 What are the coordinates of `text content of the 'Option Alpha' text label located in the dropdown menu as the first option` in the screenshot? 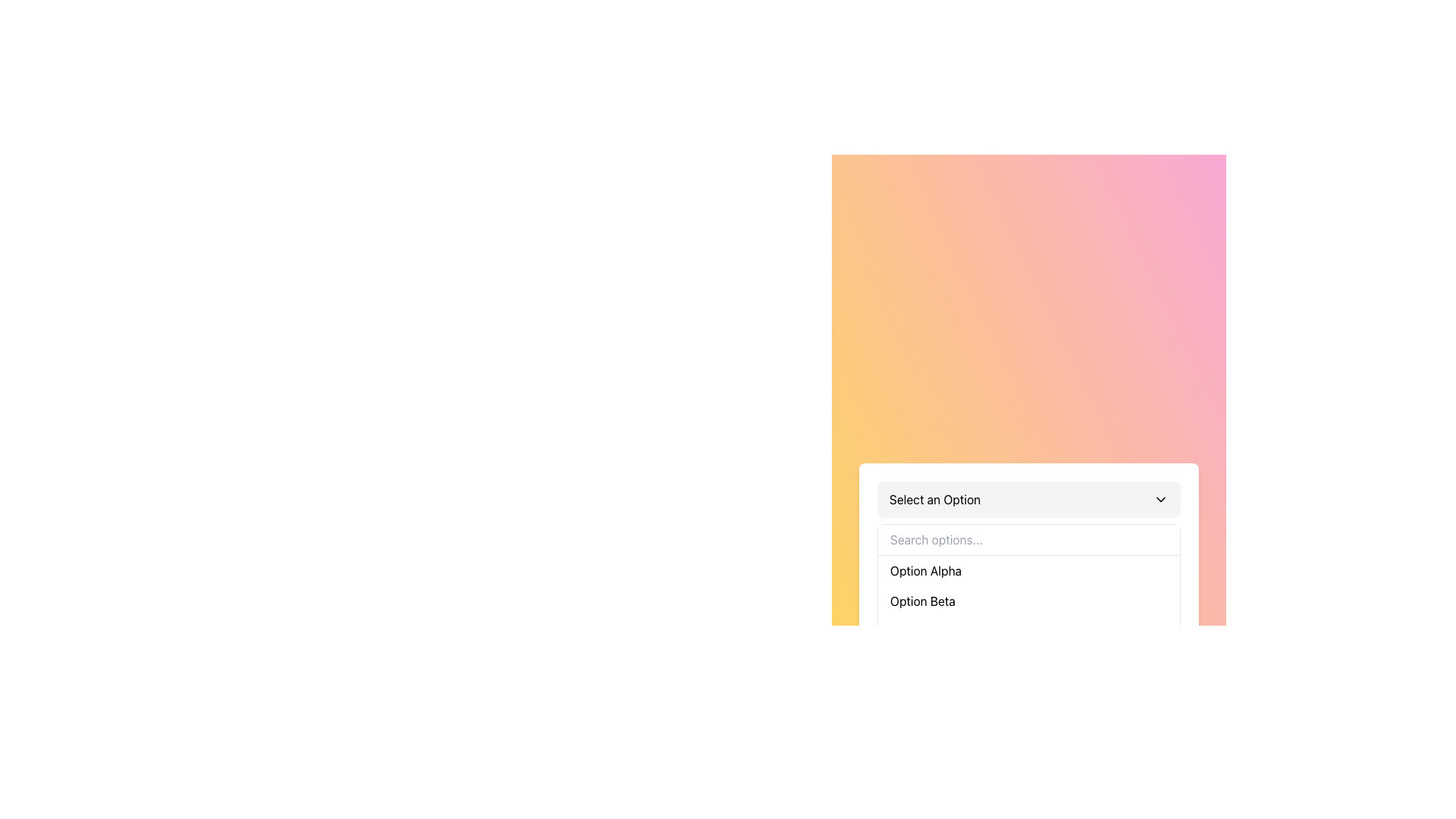 It's located at (925, 570).